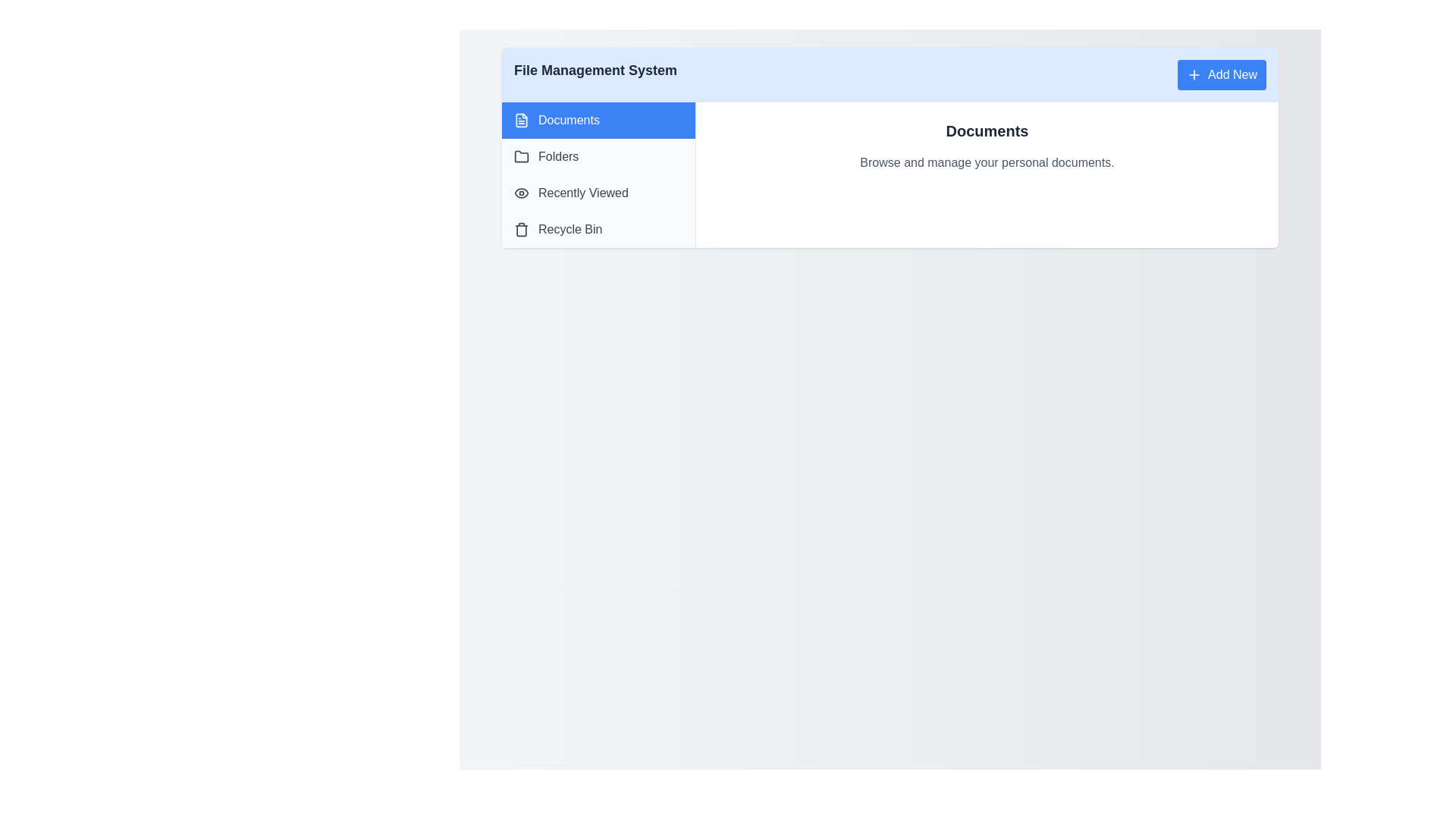 This screenshot has height=819, width=1456. I want to click on the 'Documents' menu item in the vertical sidebar, which is represented by an icon located to the left of the text 'Documents', so click(521, 119).